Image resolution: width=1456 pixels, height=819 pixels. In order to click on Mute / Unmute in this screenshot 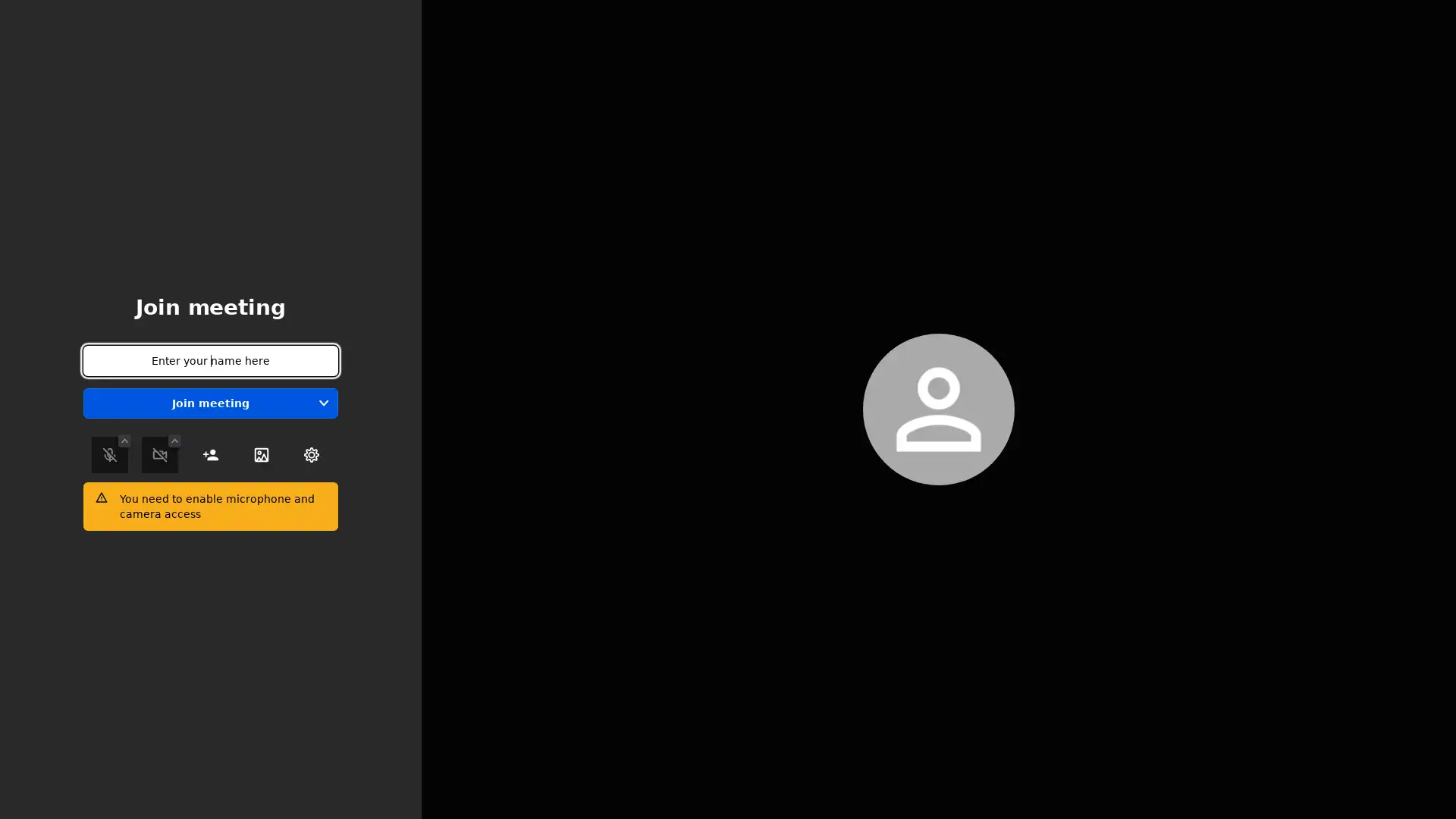, I will do `click(108, 454)`.